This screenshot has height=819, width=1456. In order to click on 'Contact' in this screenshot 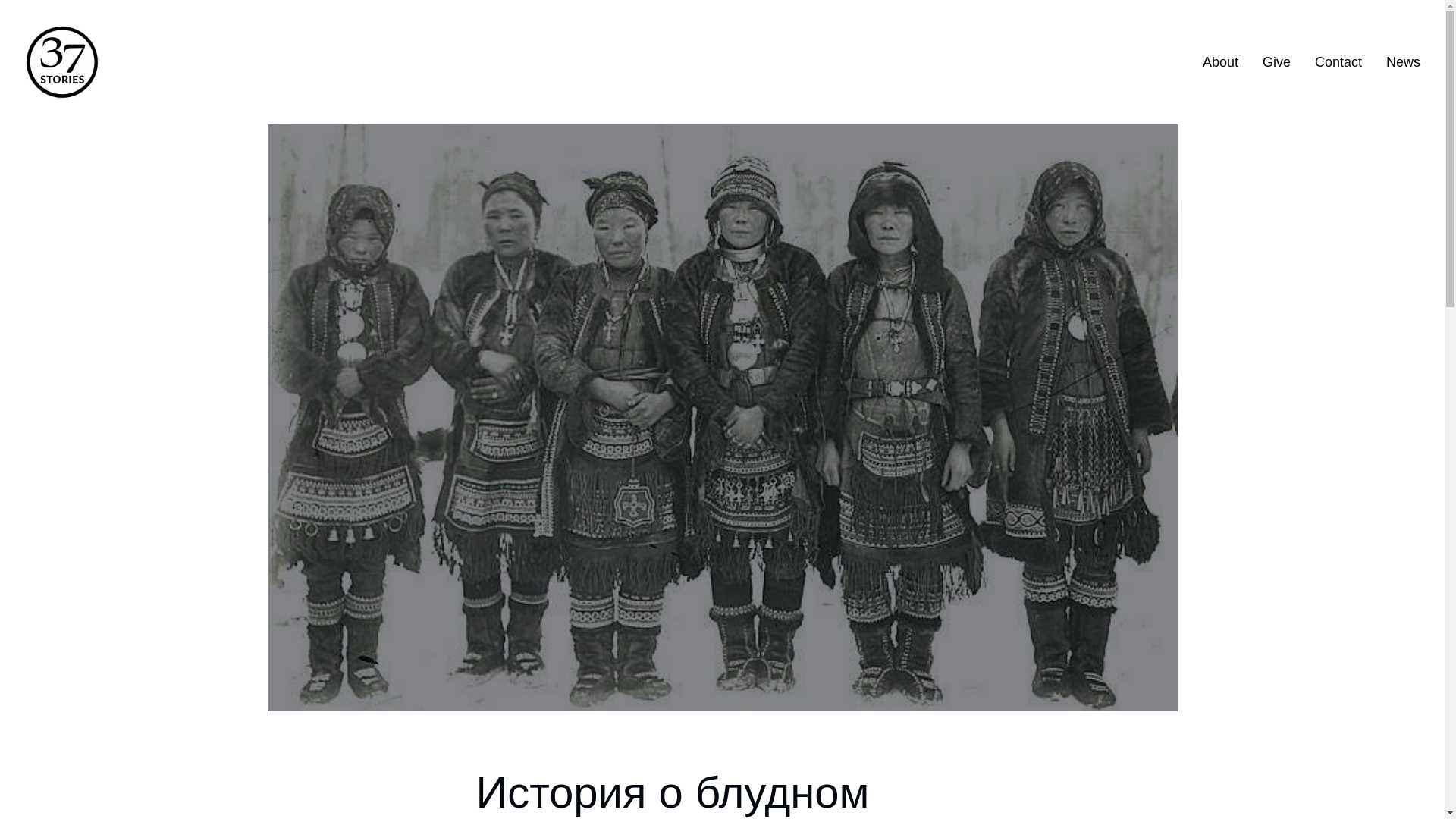, I will do `click(1338, 61)`.